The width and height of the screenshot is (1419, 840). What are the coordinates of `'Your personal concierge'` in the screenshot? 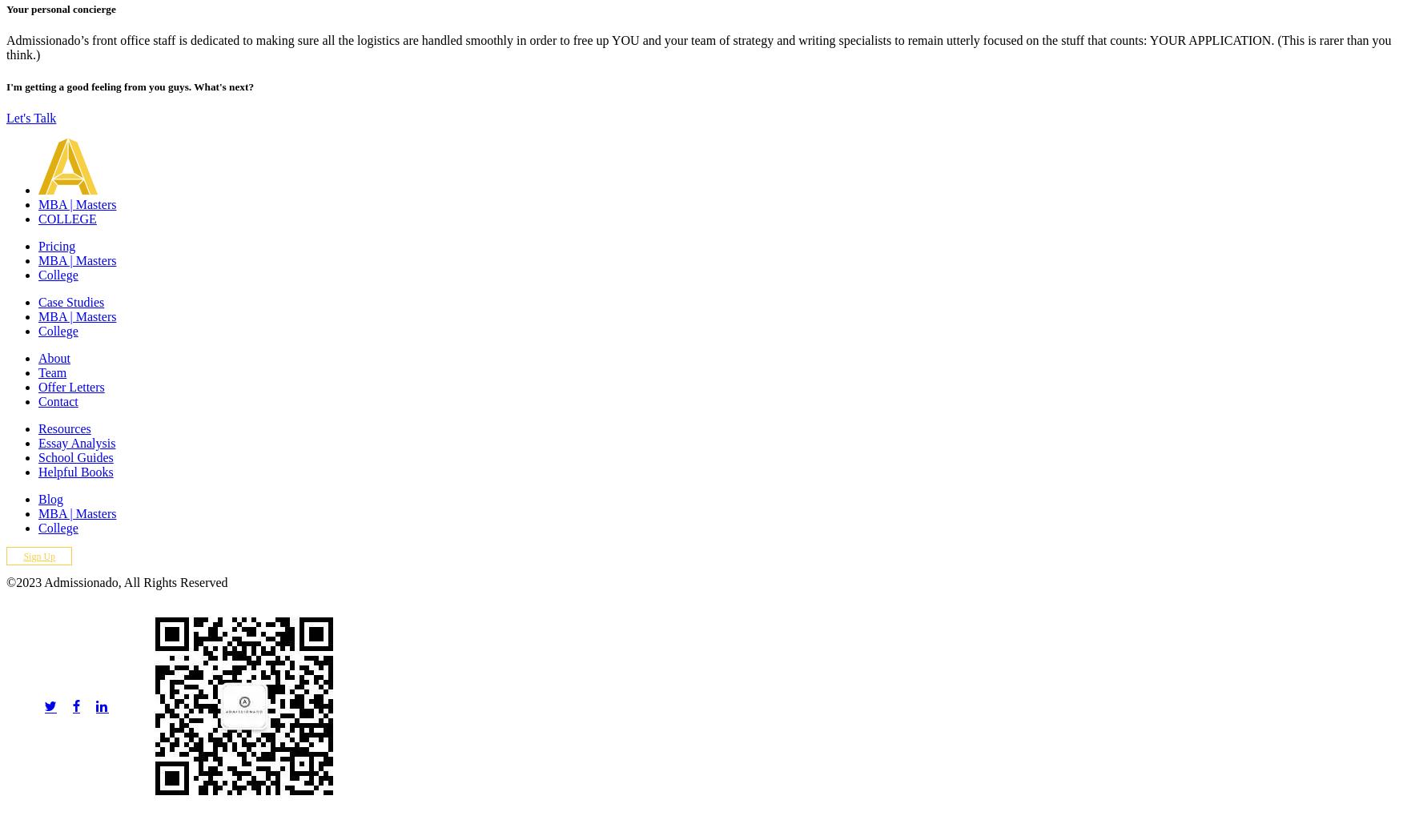 It's located at (60, 8).